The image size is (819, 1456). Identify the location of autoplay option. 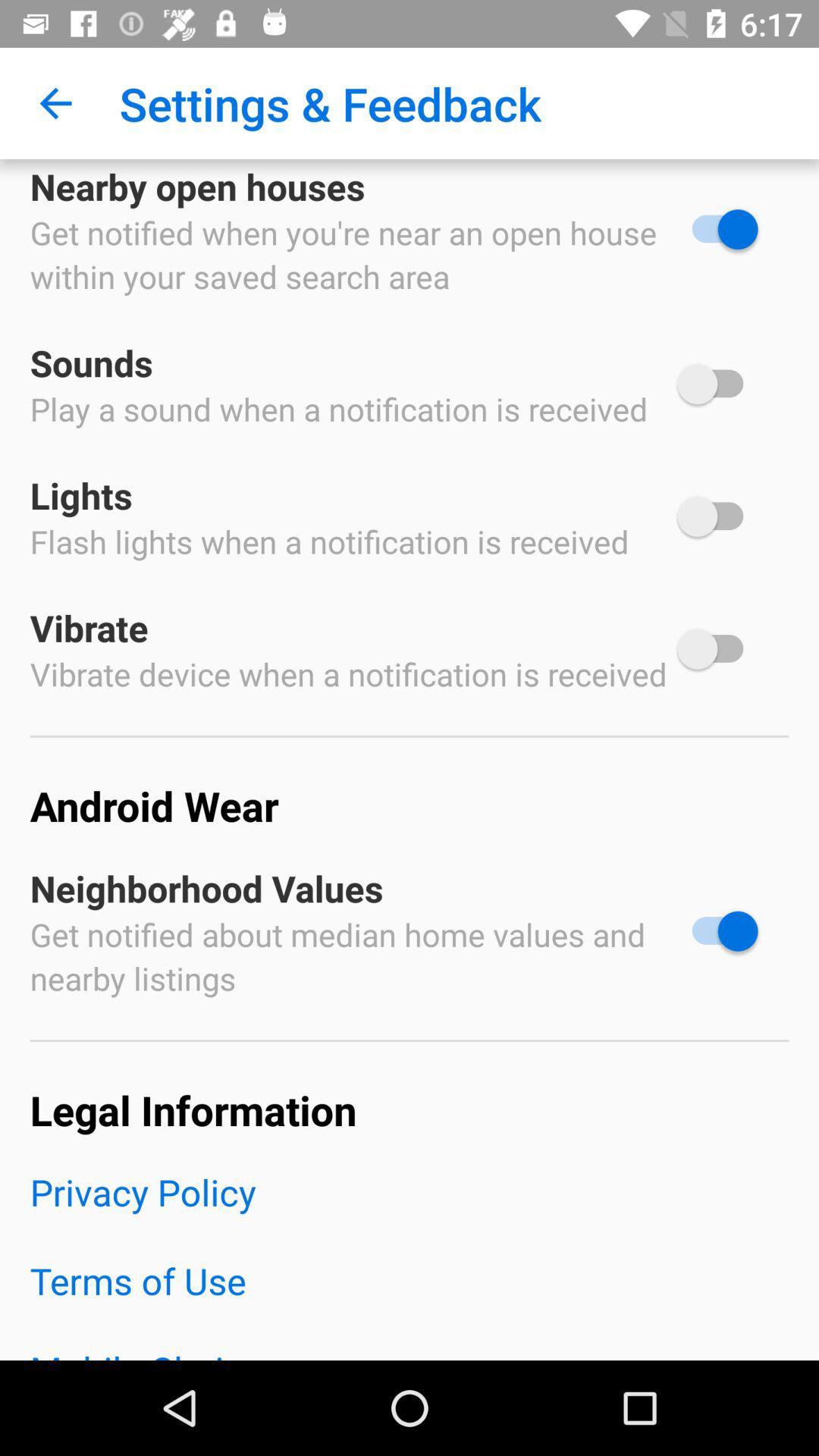
(717, 228).